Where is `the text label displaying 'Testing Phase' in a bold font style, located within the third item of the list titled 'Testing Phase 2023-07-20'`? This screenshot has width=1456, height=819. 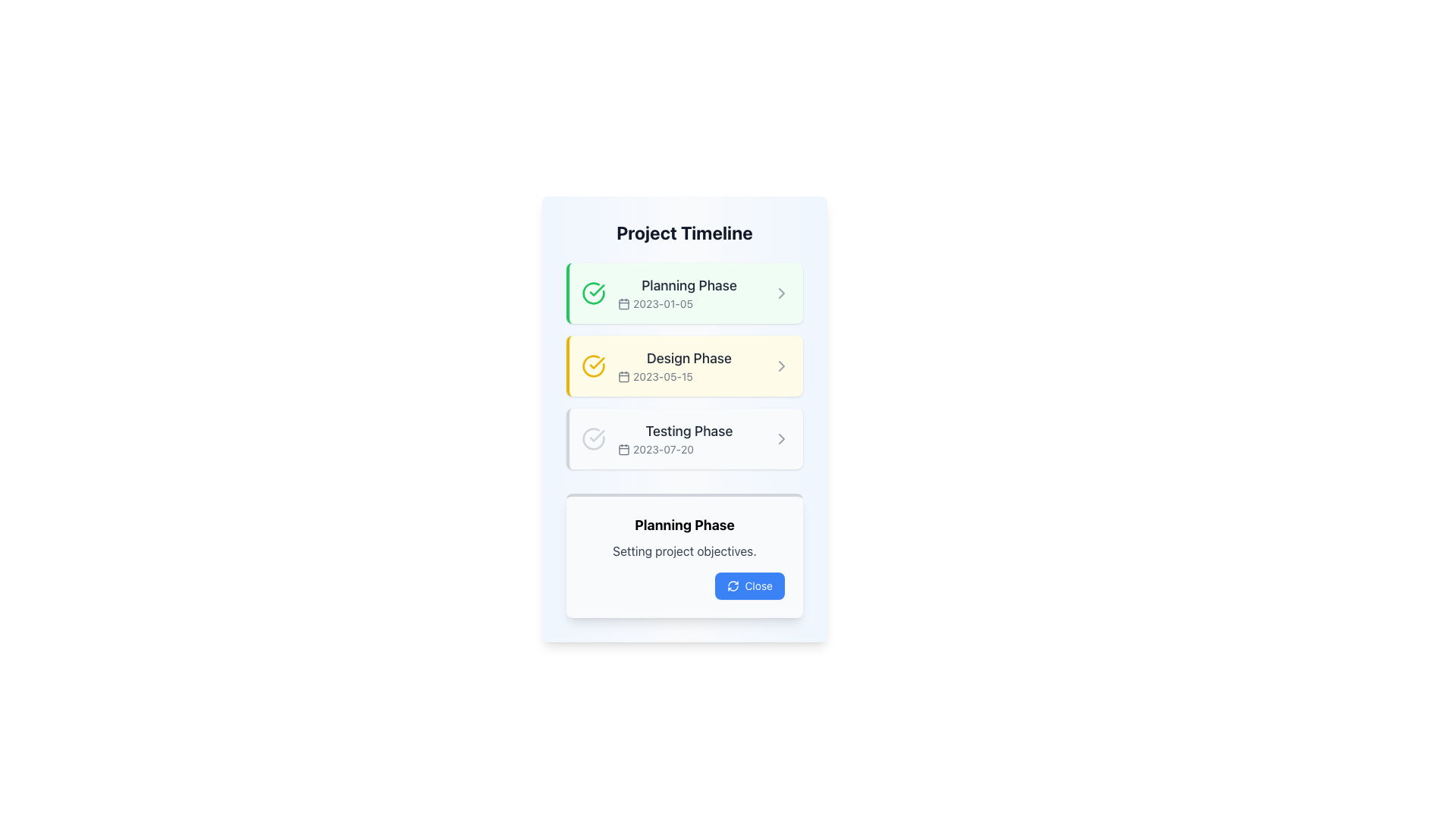
the text label displaying 'Testing Phase' in a bold font style, located within the third item of the list titled 'Testing Phase 2023-07-20' is located at coordinates (688, 431).